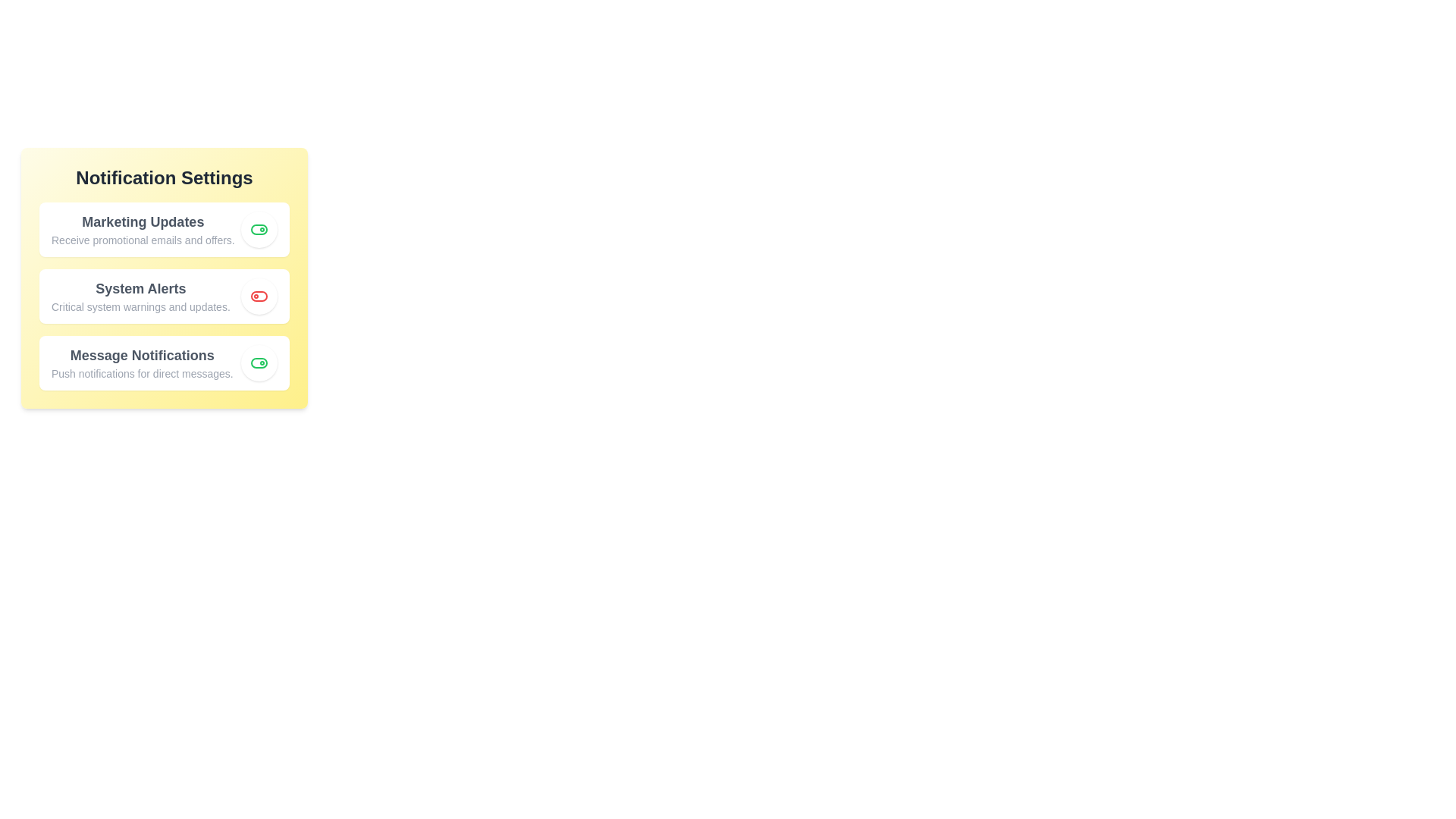  I want to click on the details of a notification type to read more about it, so click(142, 239).